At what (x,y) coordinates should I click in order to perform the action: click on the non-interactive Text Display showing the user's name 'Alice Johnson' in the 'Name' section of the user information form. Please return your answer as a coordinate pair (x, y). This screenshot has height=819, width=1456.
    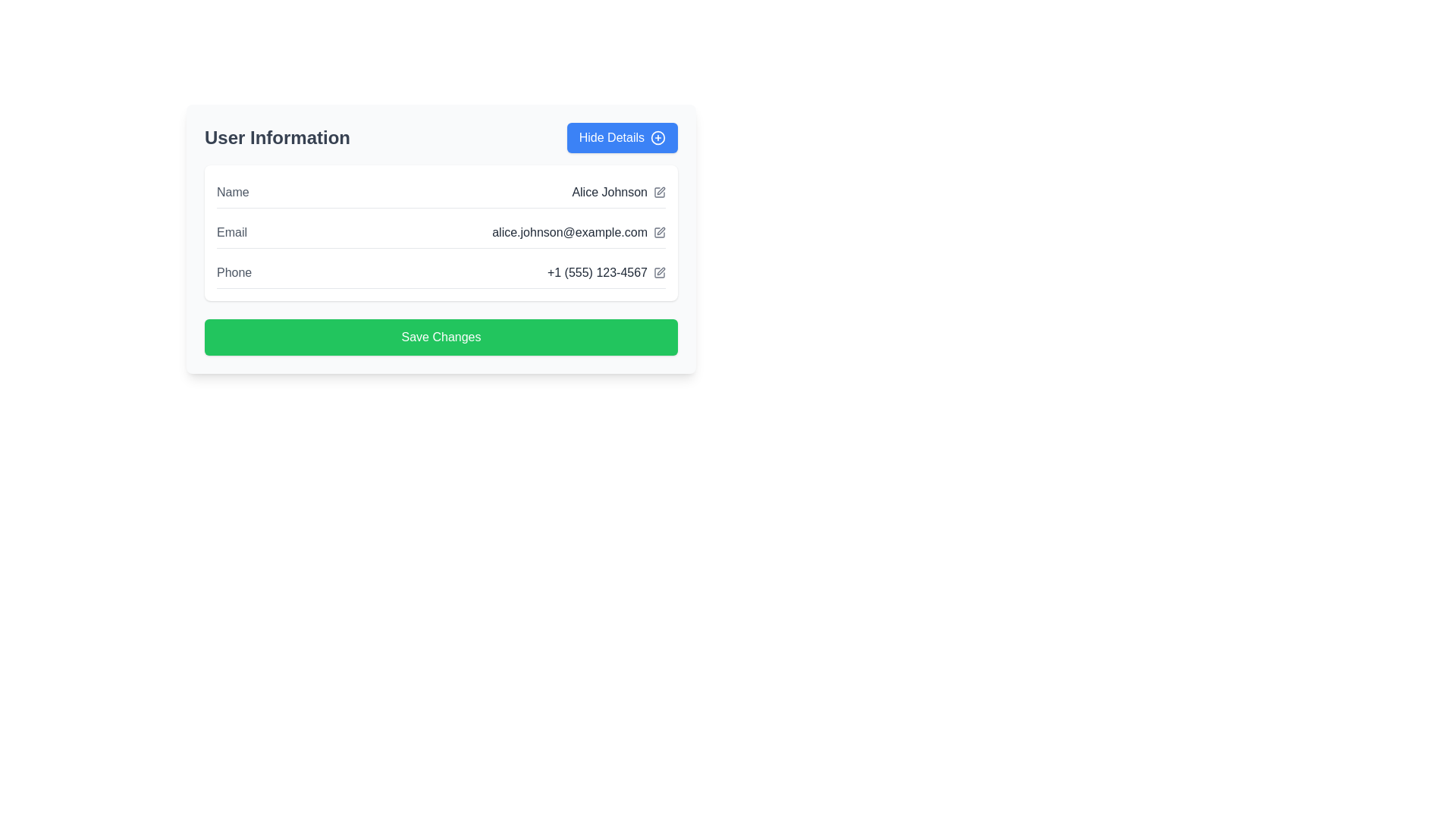
    Looking at the image, I should click on (619, 192).